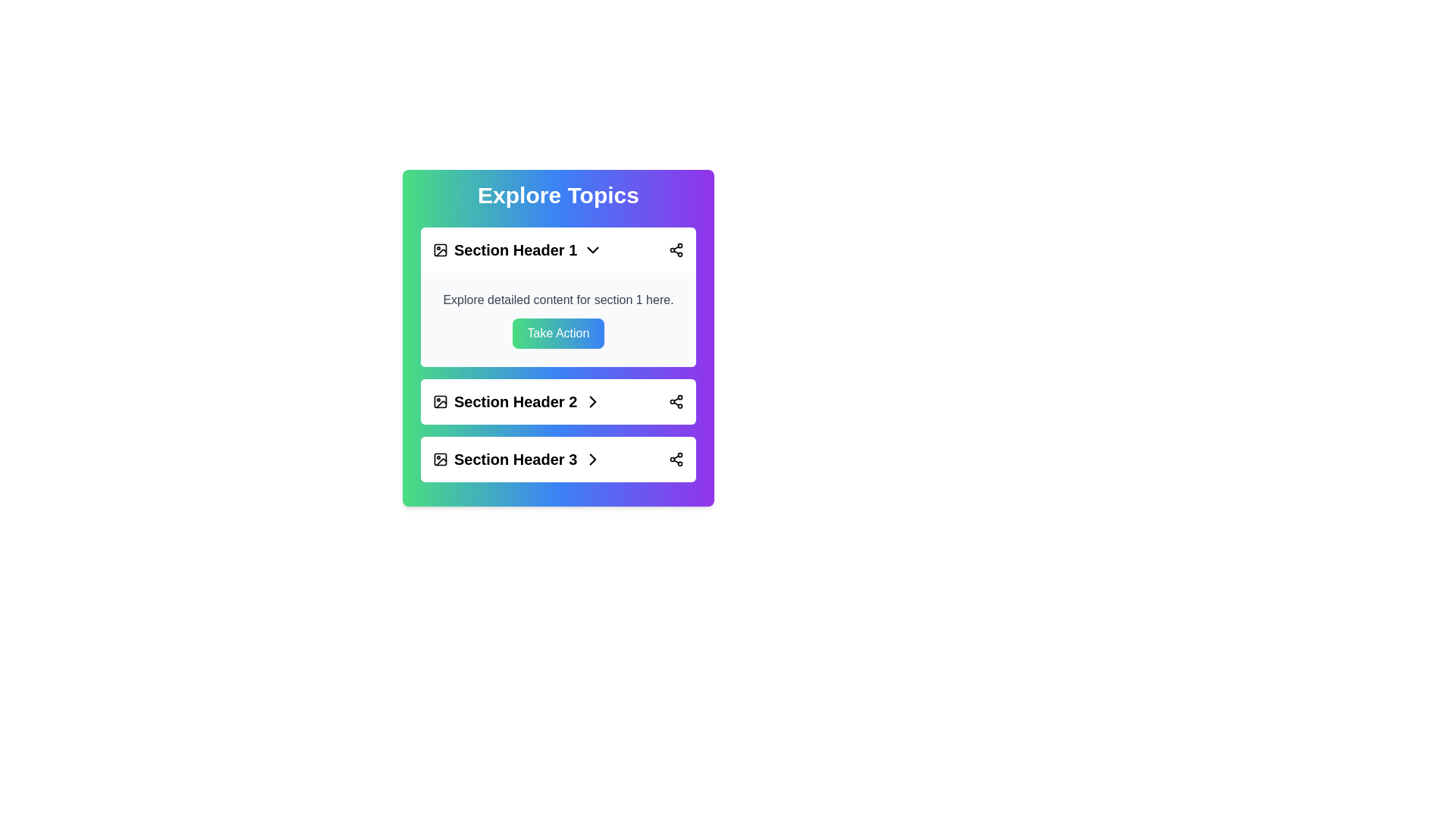 The image size is (1456, 819). I want to click on the share button styled as an SVG-based icon located on the far right of 'Section Header 2' to observe the hover effect, so click(676, 400).